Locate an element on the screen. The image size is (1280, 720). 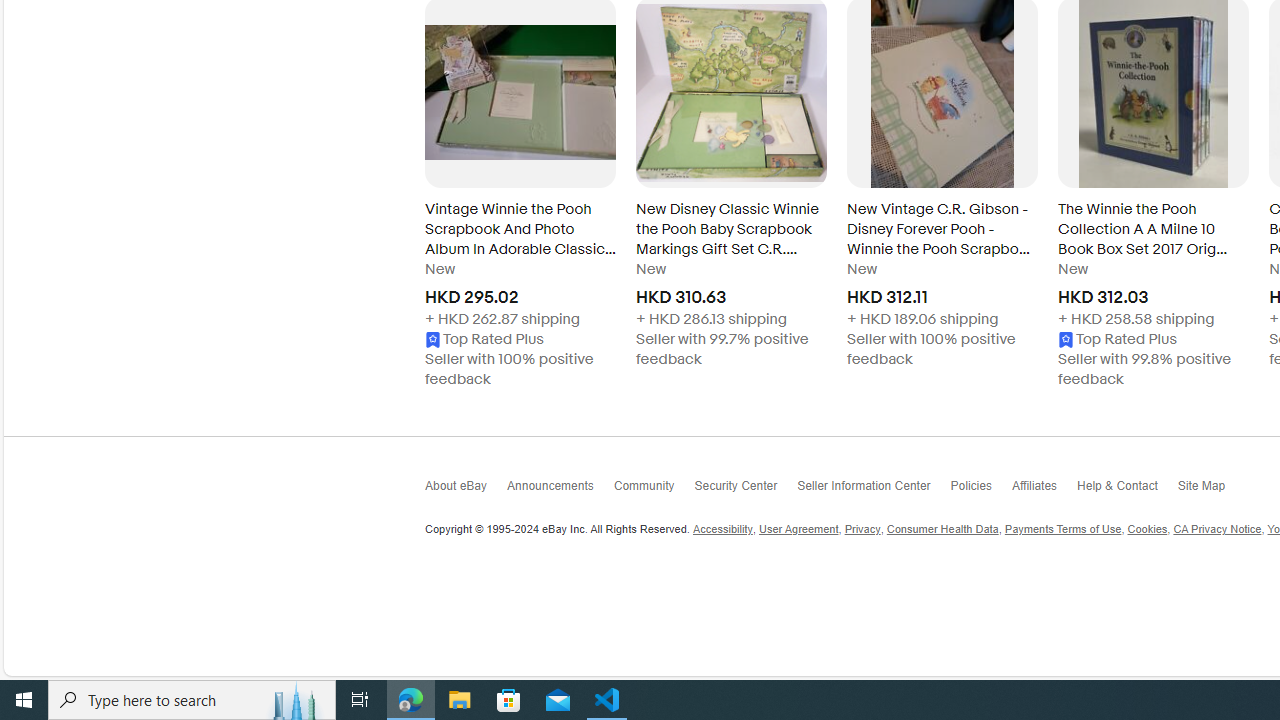
'Go to the previous slide, Explore related items - Carousel' is located at coordinates (424, 197).